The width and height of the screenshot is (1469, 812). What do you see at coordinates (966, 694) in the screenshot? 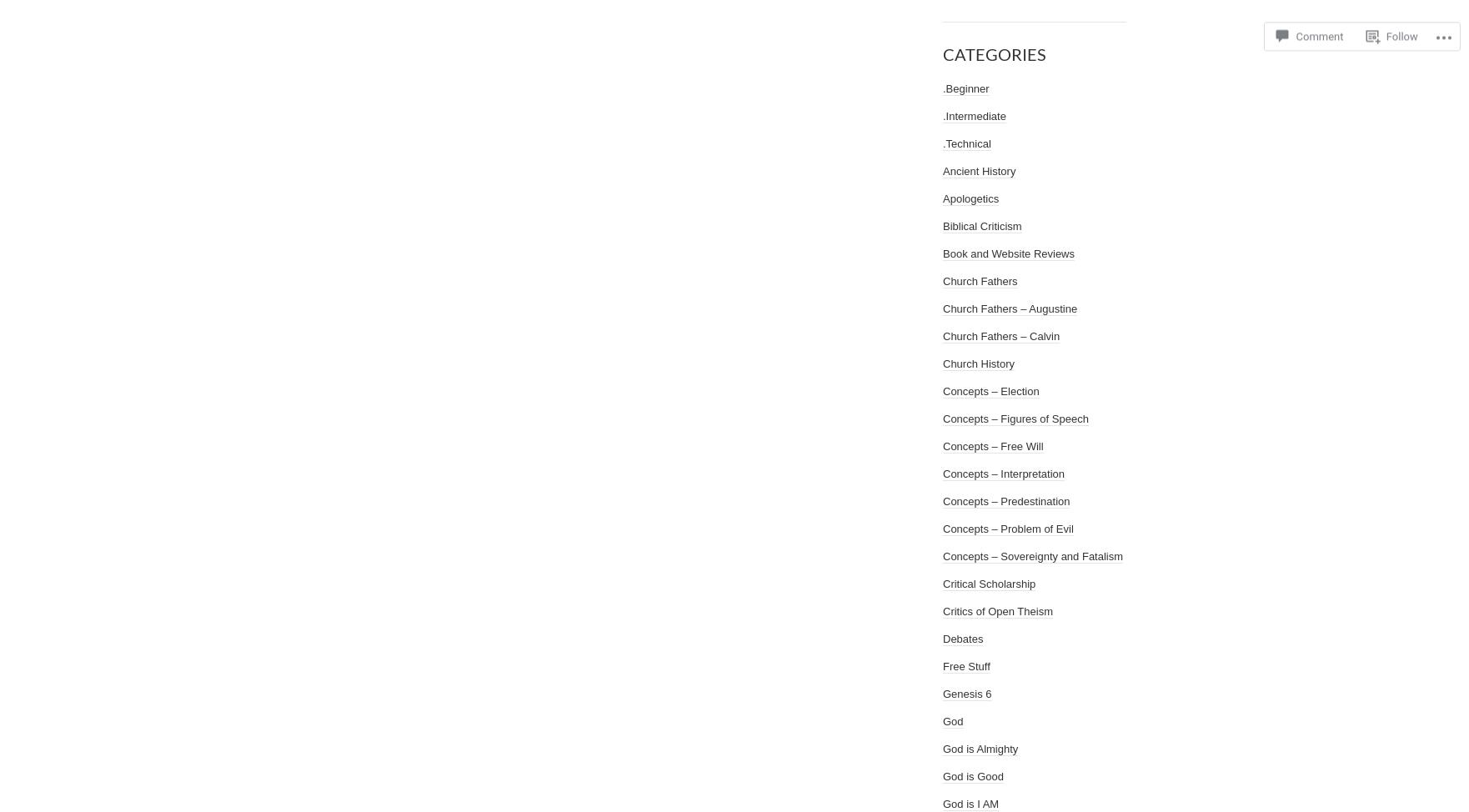
I see `'Genesis 6'` at bounding box center [966, 694].